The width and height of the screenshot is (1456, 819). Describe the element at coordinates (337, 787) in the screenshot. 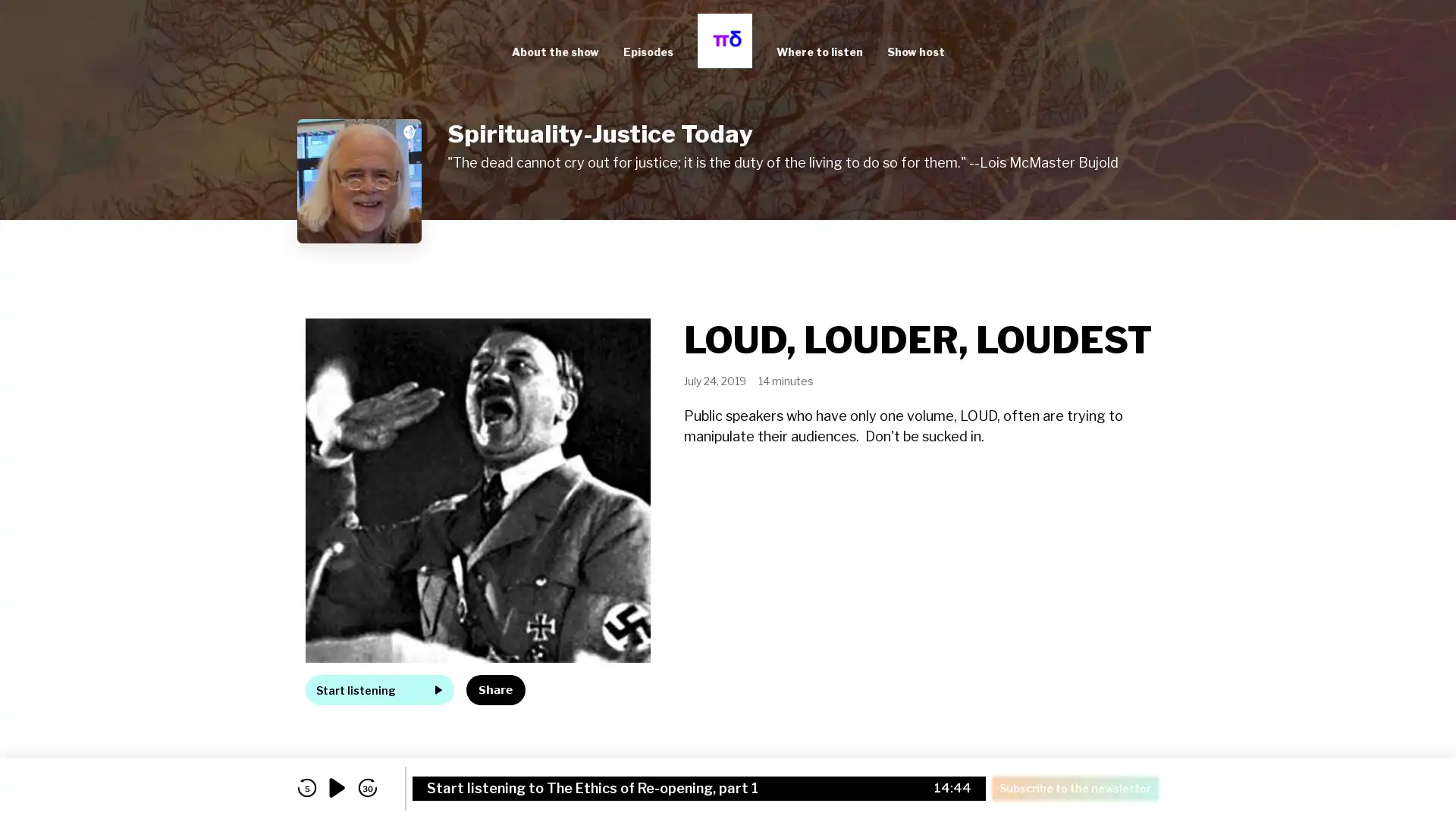

I see `play audio` at that location.